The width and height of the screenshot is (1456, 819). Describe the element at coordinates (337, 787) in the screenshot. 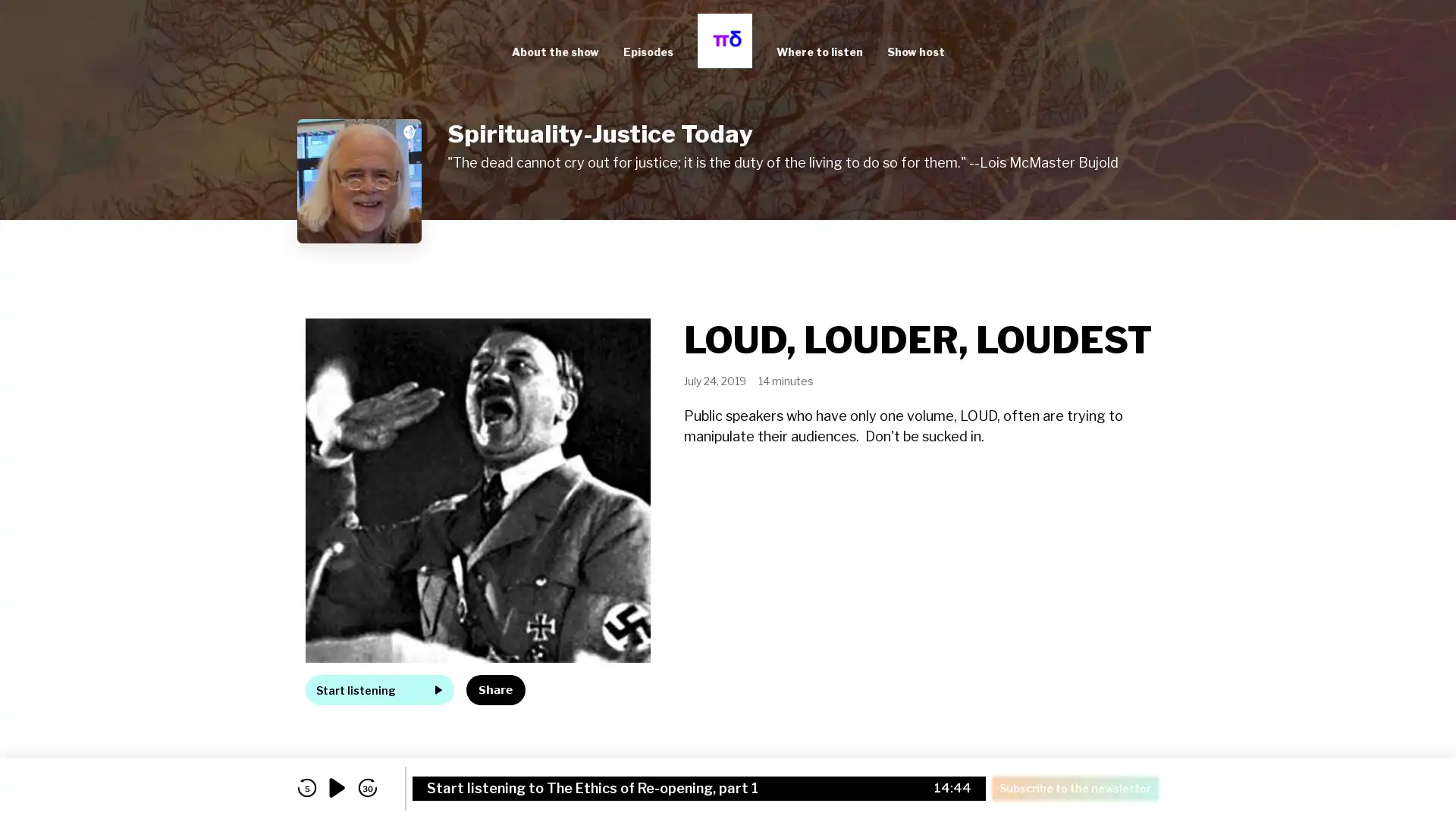

I see `play audio` at that location.